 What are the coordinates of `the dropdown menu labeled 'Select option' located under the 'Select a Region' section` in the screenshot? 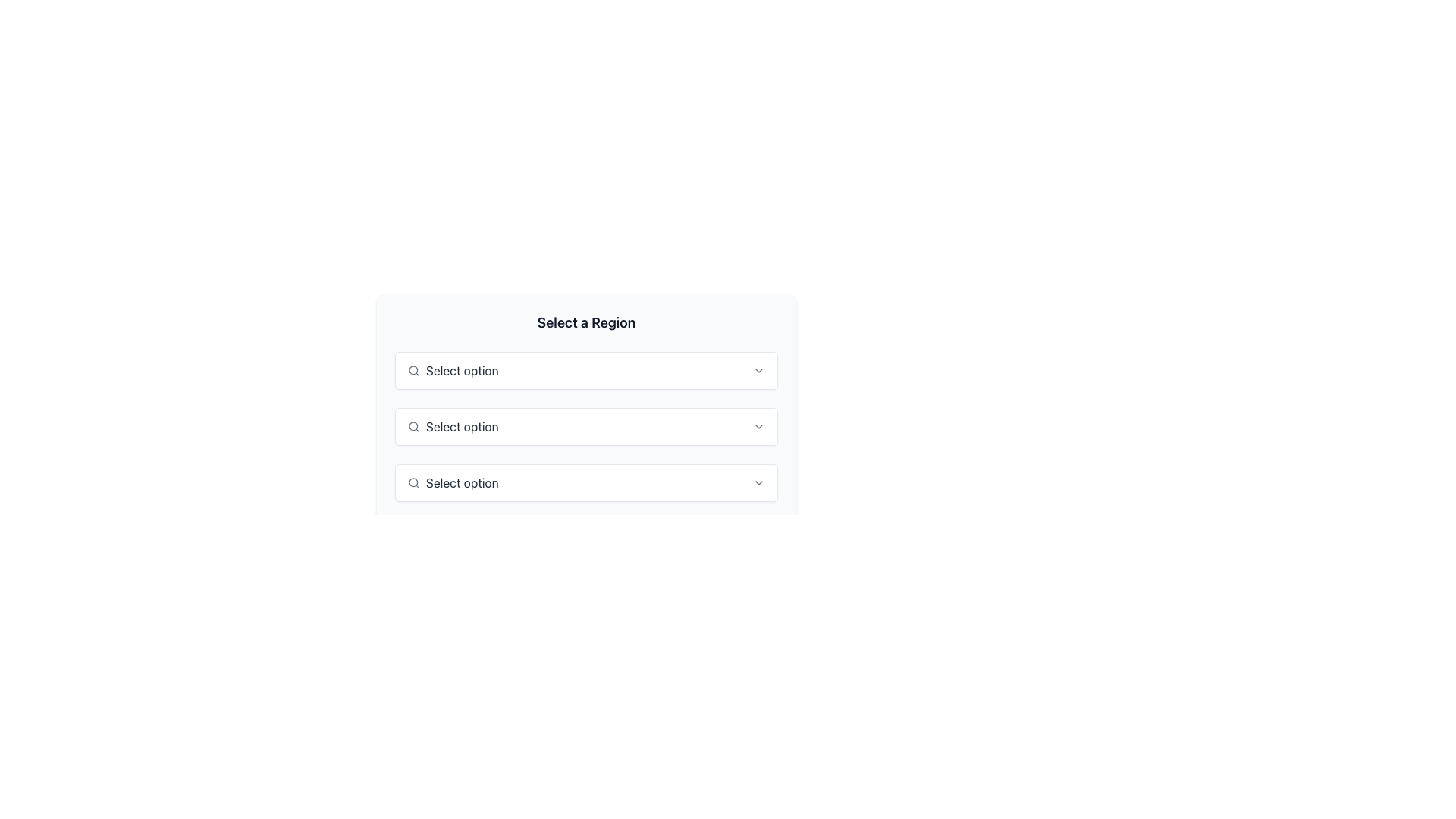 It's located at (585, 371).